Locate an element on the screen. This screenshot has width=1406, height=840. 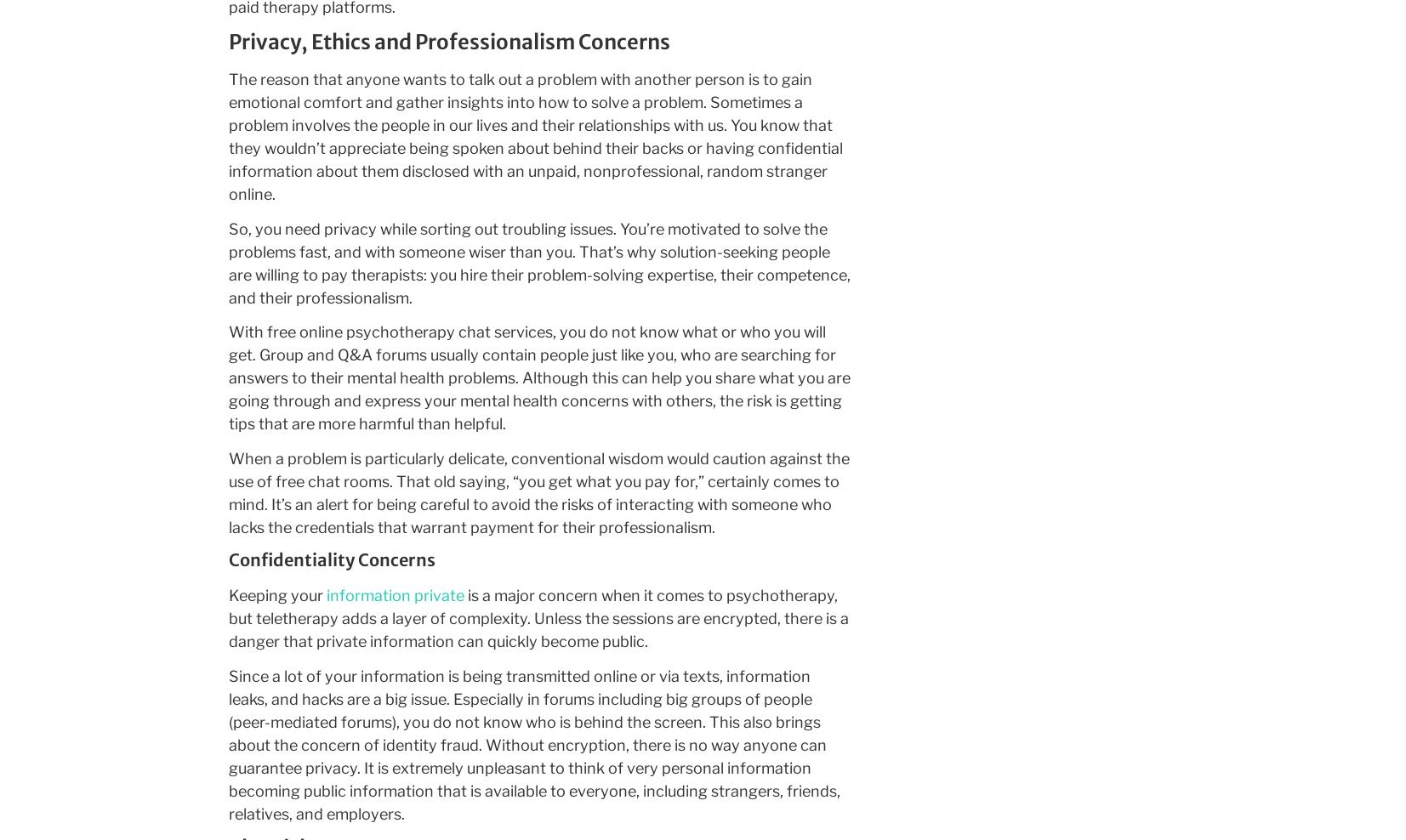
'With free online psychotherapy chat services, you do not know what or who you will get. Group and Q&A forums usually contain people just like you, who are searching for answers to their mental health problems. Although this can help you share what you are going through and express your mental health concerns with others, the risk is getting tips that are more harmful than helpful.' is located at coordinates (538, 377).